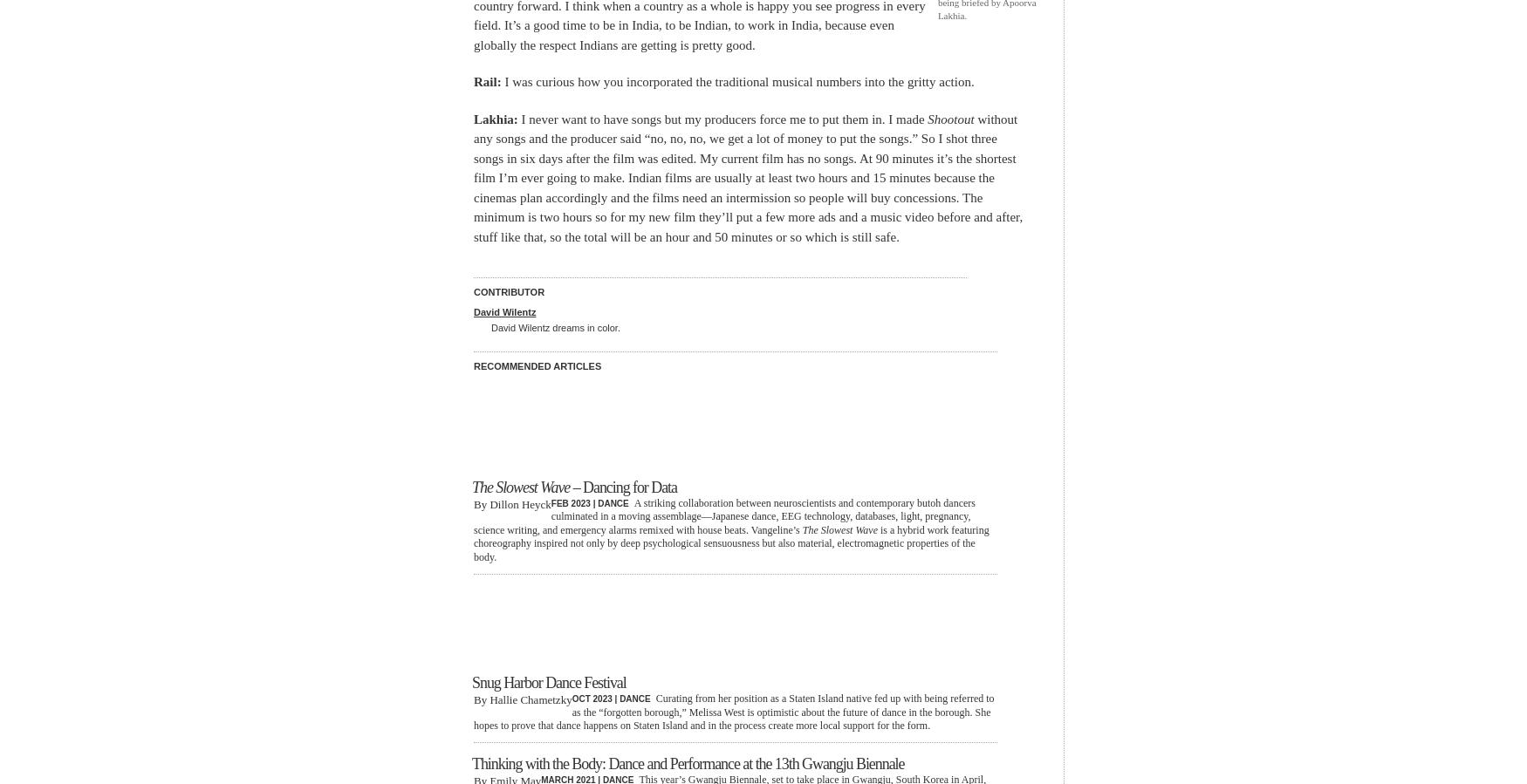 The height and width of the screenshot is (784, 1527). What do you see at coordinates (496, 118) in the screenshot?
I see `'Lakhia:'` at bounding box center [496, 118].